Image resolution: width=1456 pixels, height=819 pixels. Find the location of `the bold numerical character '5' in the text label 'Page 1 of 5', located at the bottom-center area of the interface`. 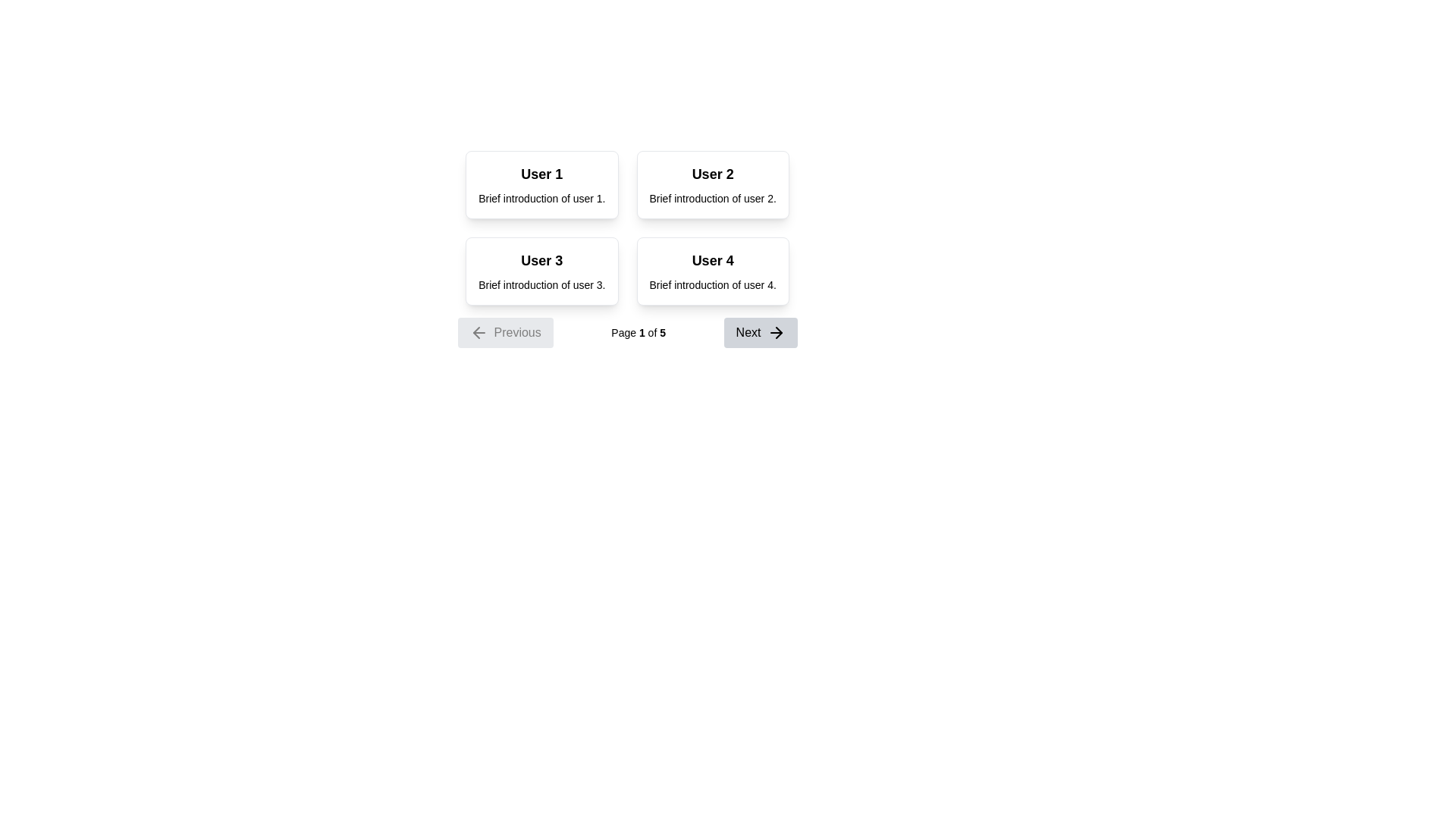

the bold numerical character '5' in the text label 'Page 1 of 5', located at the bottom-center area of the interface is located at coordinates (663, 332).